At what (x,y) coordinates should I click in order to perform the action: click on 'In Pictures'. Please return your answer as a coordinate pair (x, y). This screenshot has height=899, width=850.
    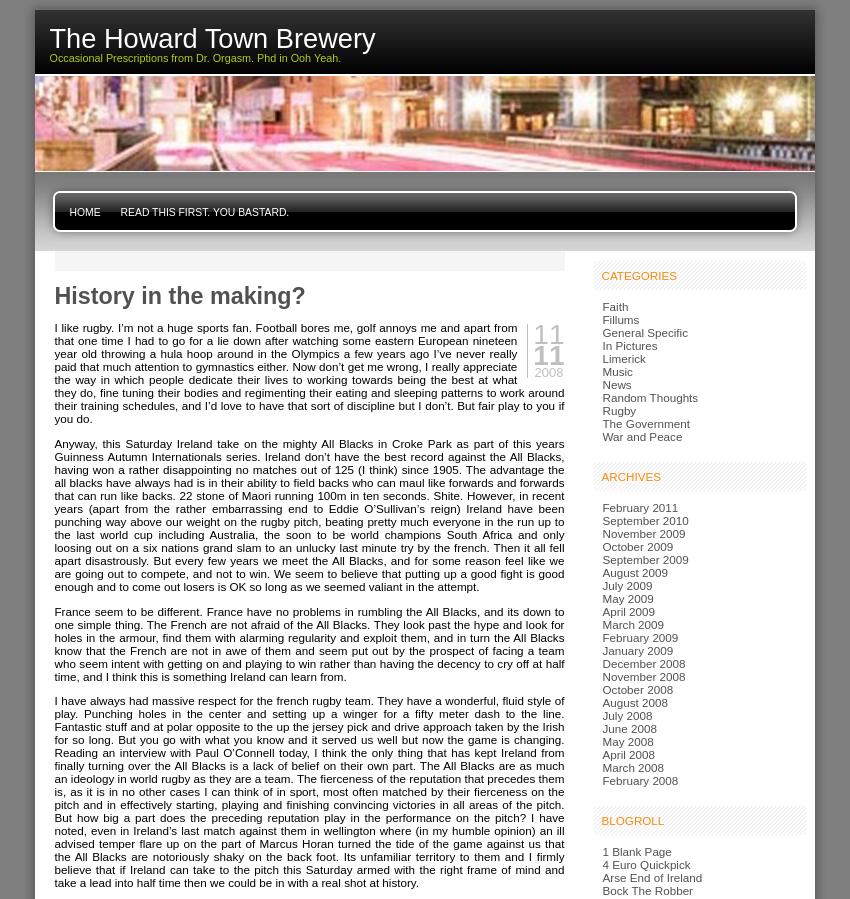
    Looking at the image, I should click on (628, 344).